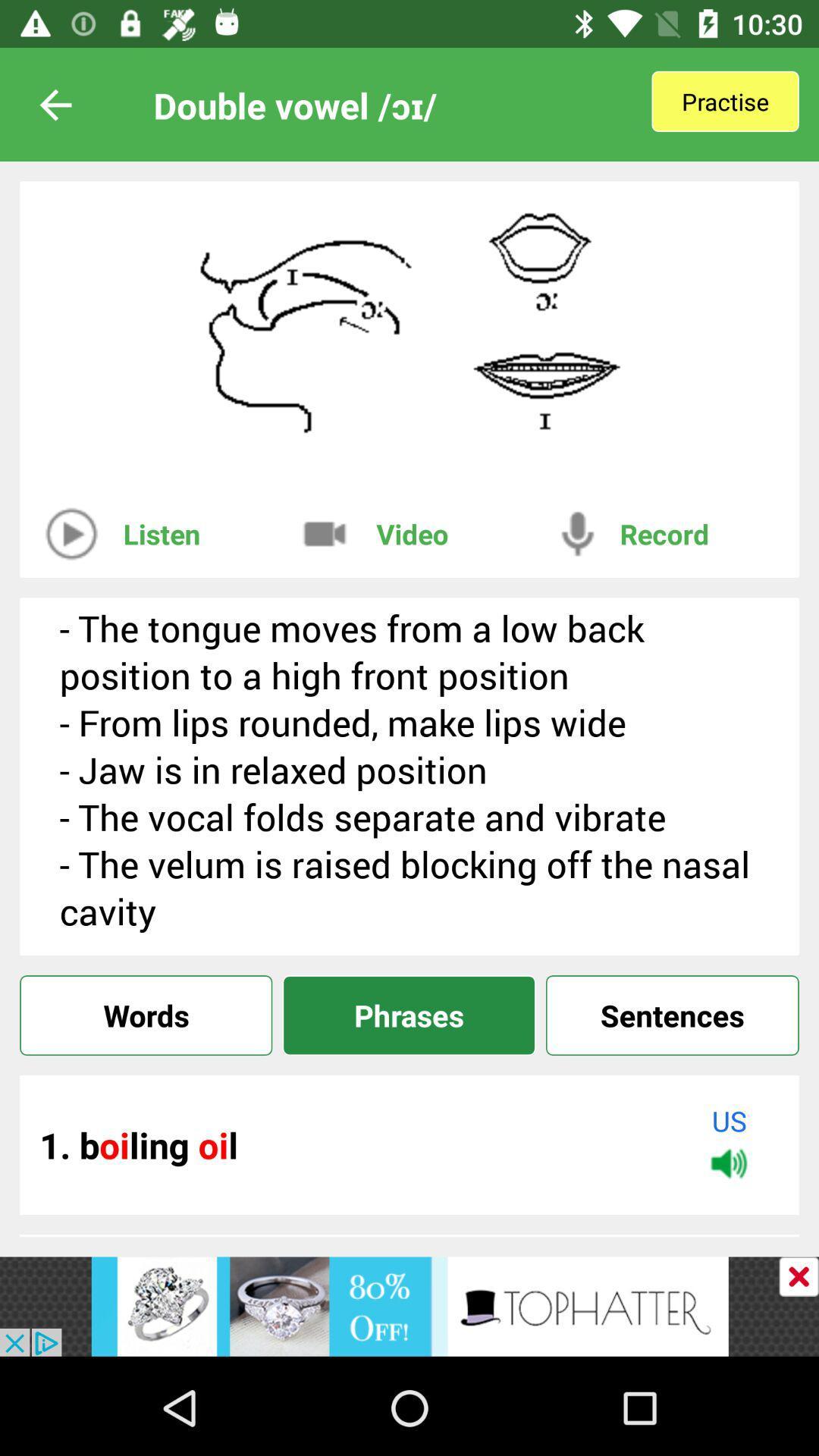  What do you see at coordinates (798, 1276) in the screenshot?
I see `advertisements` at bounding box center [798, 1276].